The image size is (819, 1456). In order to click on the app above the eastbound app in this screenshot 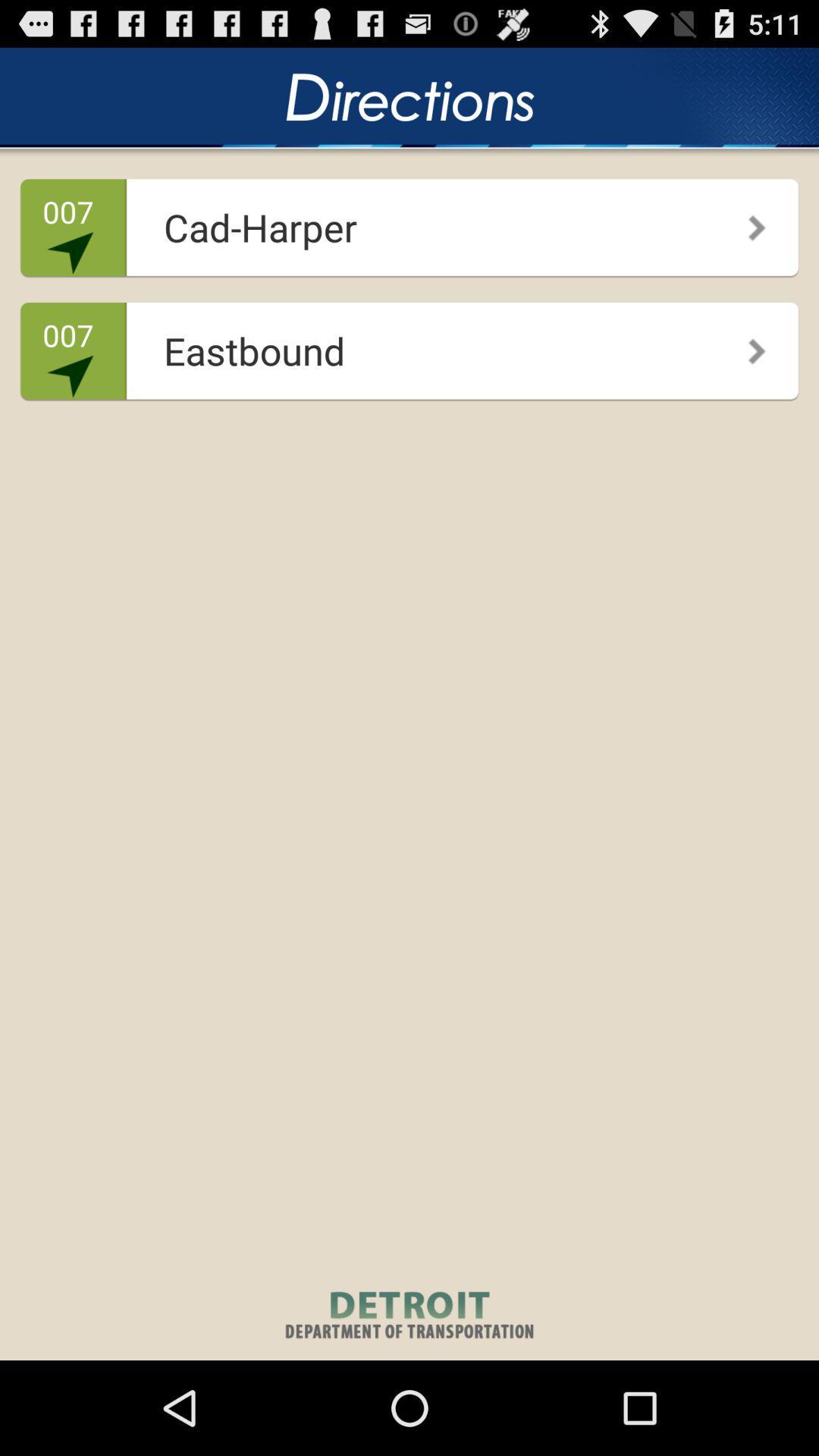, I will do `click(745, 221)`.